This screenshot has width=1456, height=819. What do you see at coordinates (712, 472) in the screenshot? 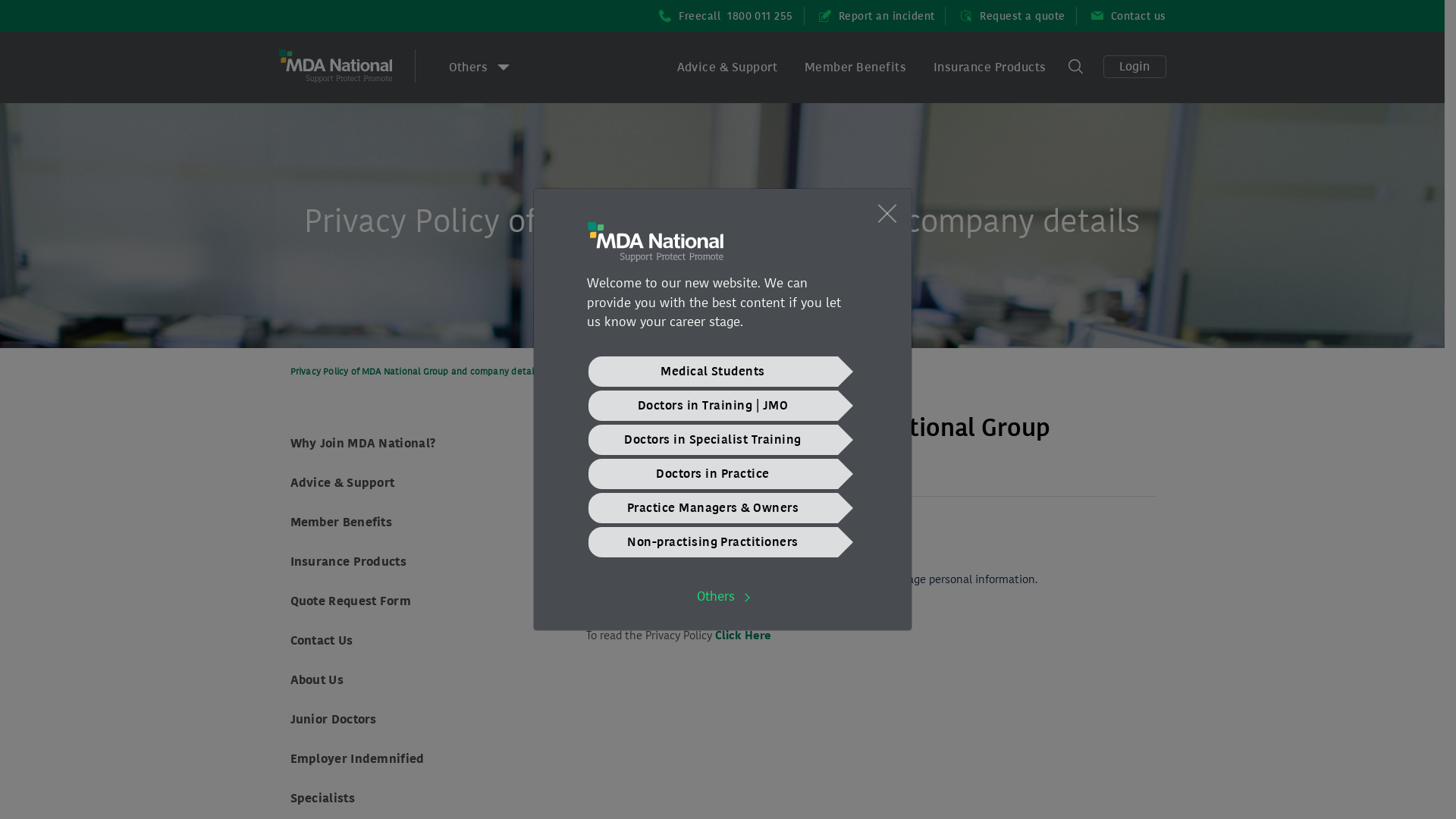
I see `'Doctors in Practice'` at bounding box center [712, 472].